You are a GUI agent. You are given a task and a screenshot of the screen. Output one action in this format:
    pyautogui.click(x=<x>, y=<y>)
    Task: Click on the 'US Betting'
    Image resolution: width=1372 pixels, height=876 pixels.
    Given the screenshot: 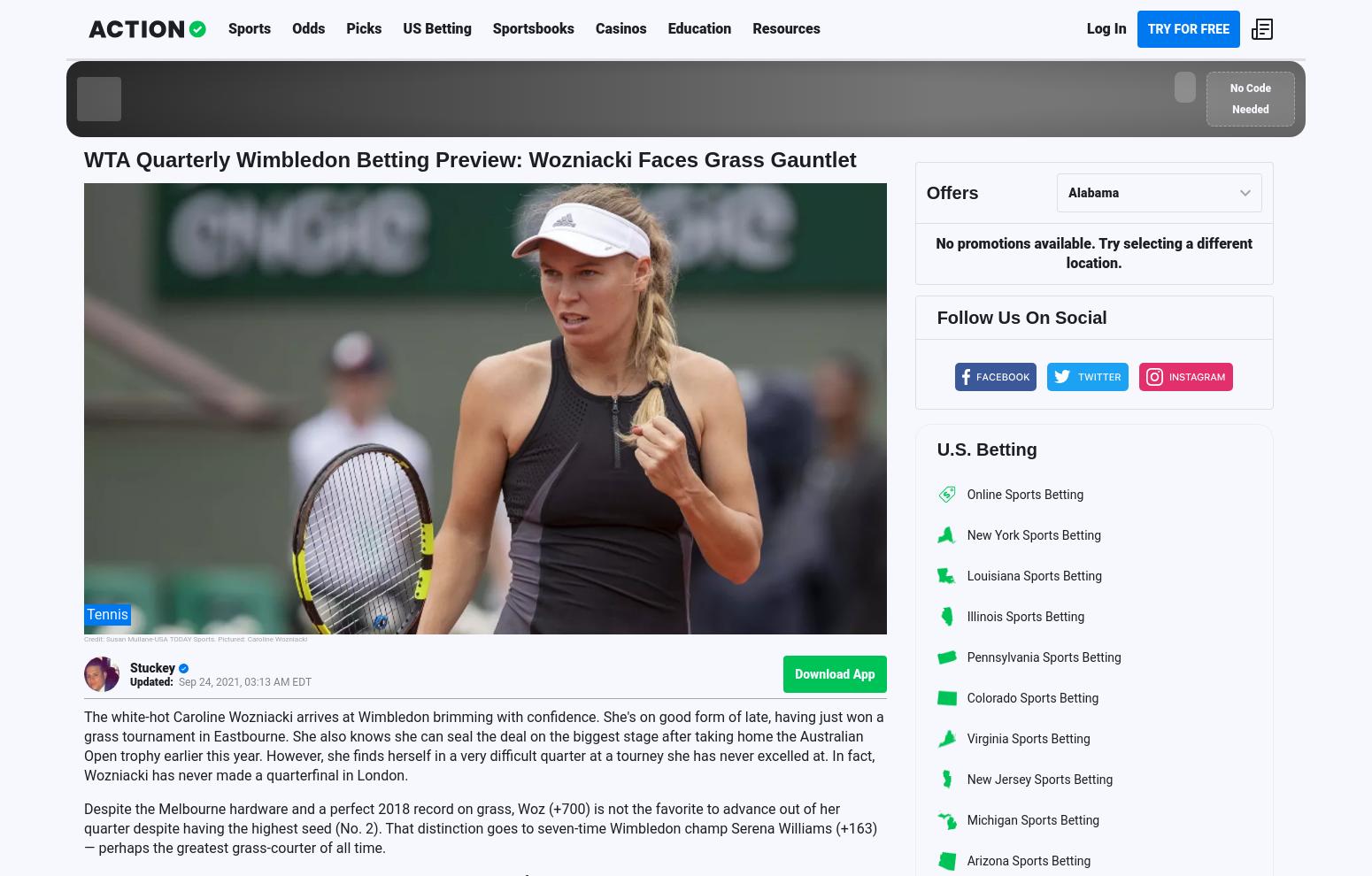 What is the action you would take?
    pyautogui.click(x=402, y=27)
    